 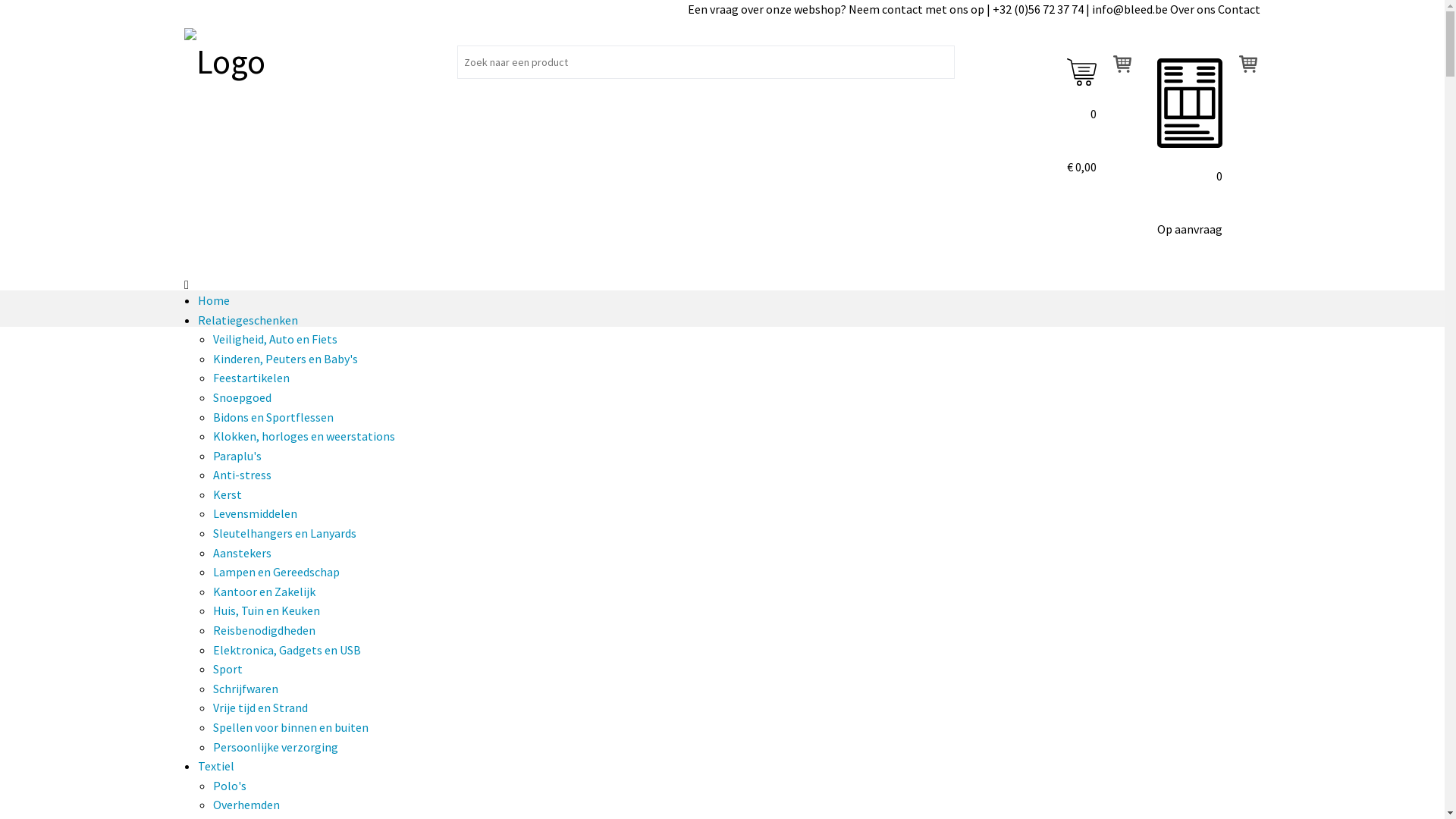 What do you see at coordinates (275, 338) in the screenshot?
I see `'Veiligheid, Auto en Fiets'` at bounding box center [275, 338].